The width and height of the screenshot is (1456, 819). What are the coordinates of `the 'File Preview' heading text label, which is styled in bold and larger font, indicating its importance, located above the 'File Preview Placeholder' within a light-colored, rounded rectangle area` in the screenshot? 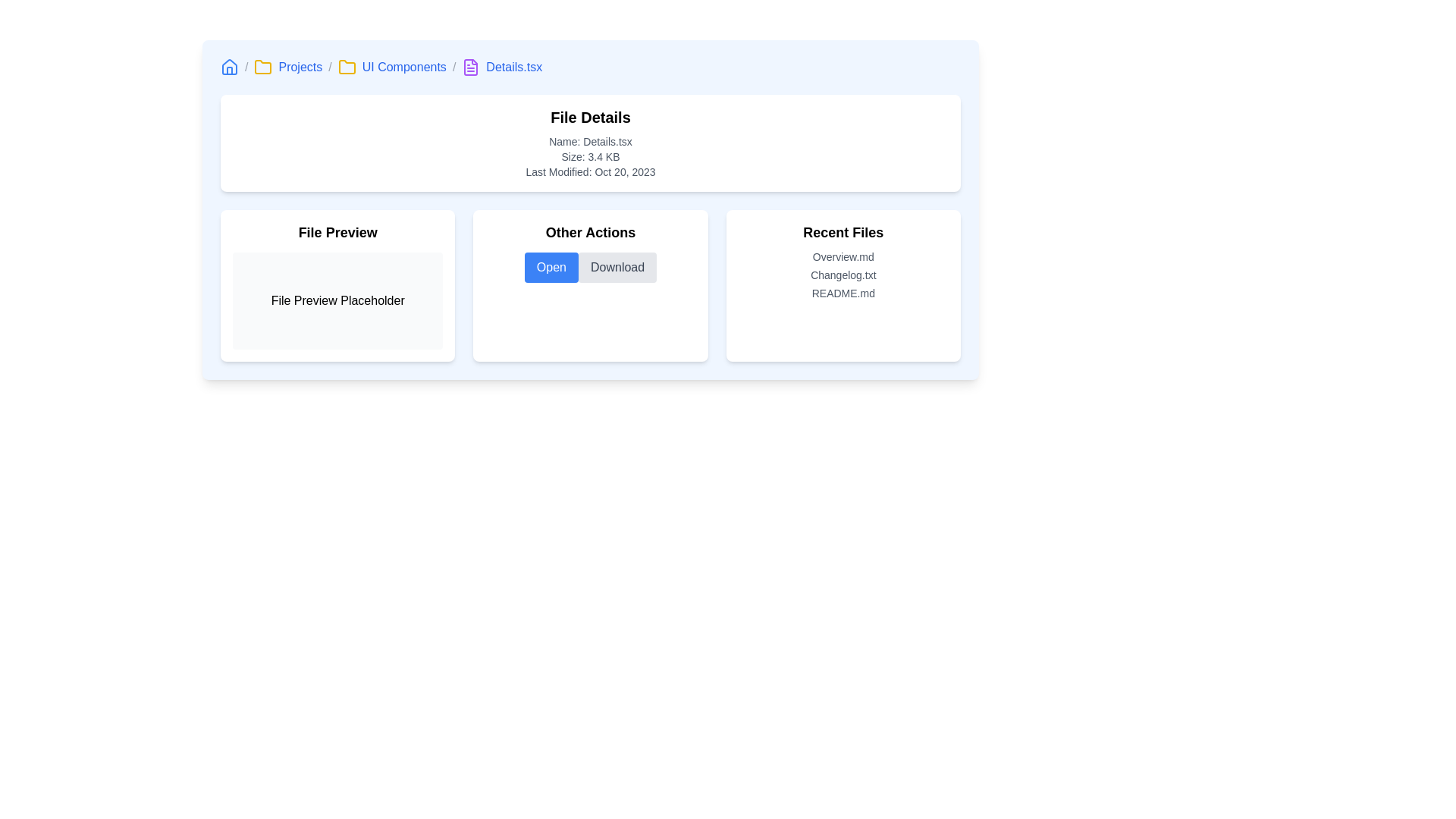 It's located at (337, 233).